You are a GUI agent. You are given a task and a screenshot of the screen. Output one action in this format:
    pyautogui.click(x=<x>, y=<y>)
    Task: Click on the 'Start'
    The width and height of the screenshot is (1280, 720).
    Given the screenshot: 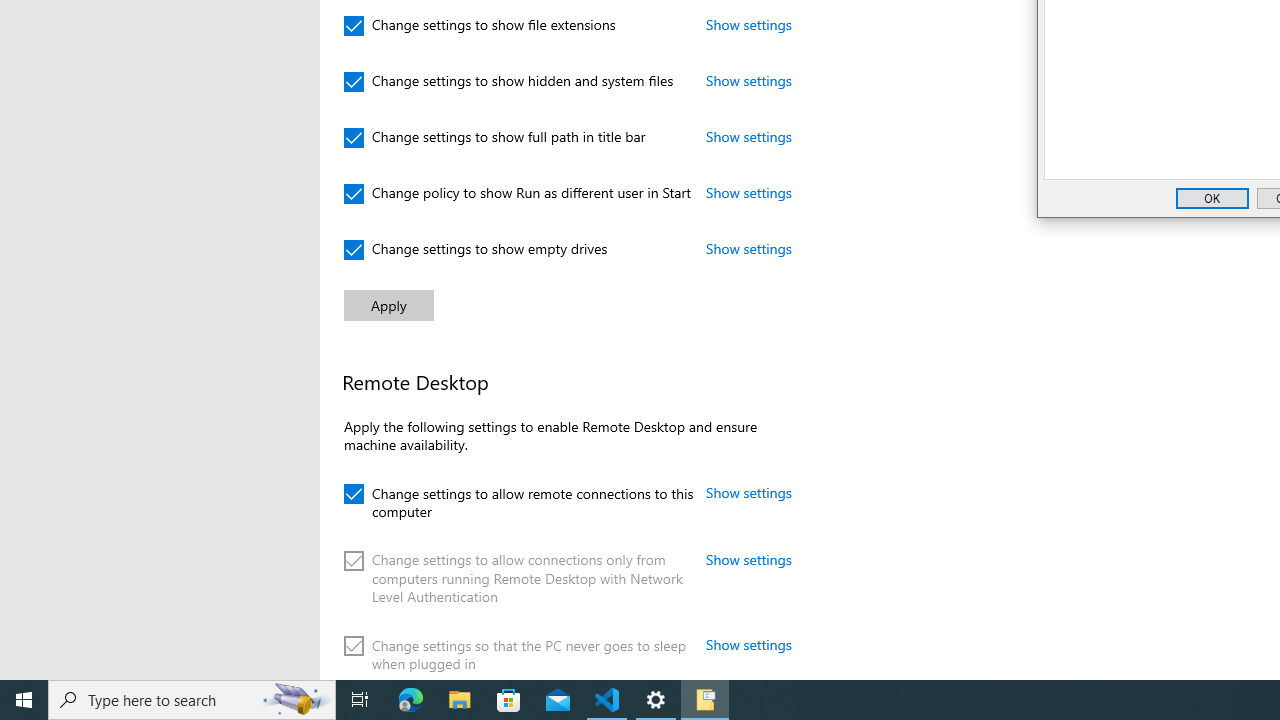 What is the action you would take?
    pyautogui.click(x=24, y=698)
    